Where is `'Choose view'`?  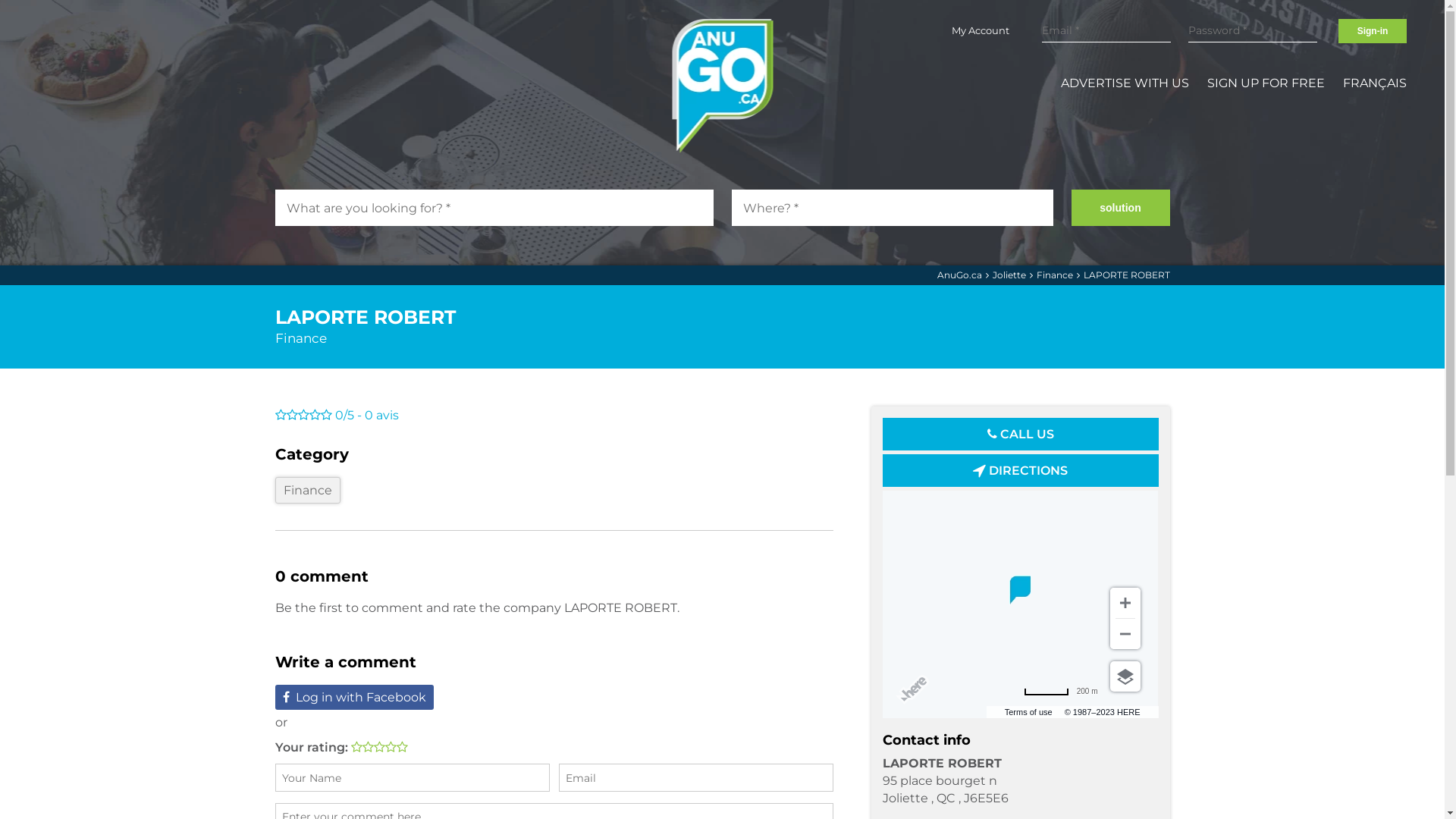 'Choose view' is located at coordinates (1110, 675).